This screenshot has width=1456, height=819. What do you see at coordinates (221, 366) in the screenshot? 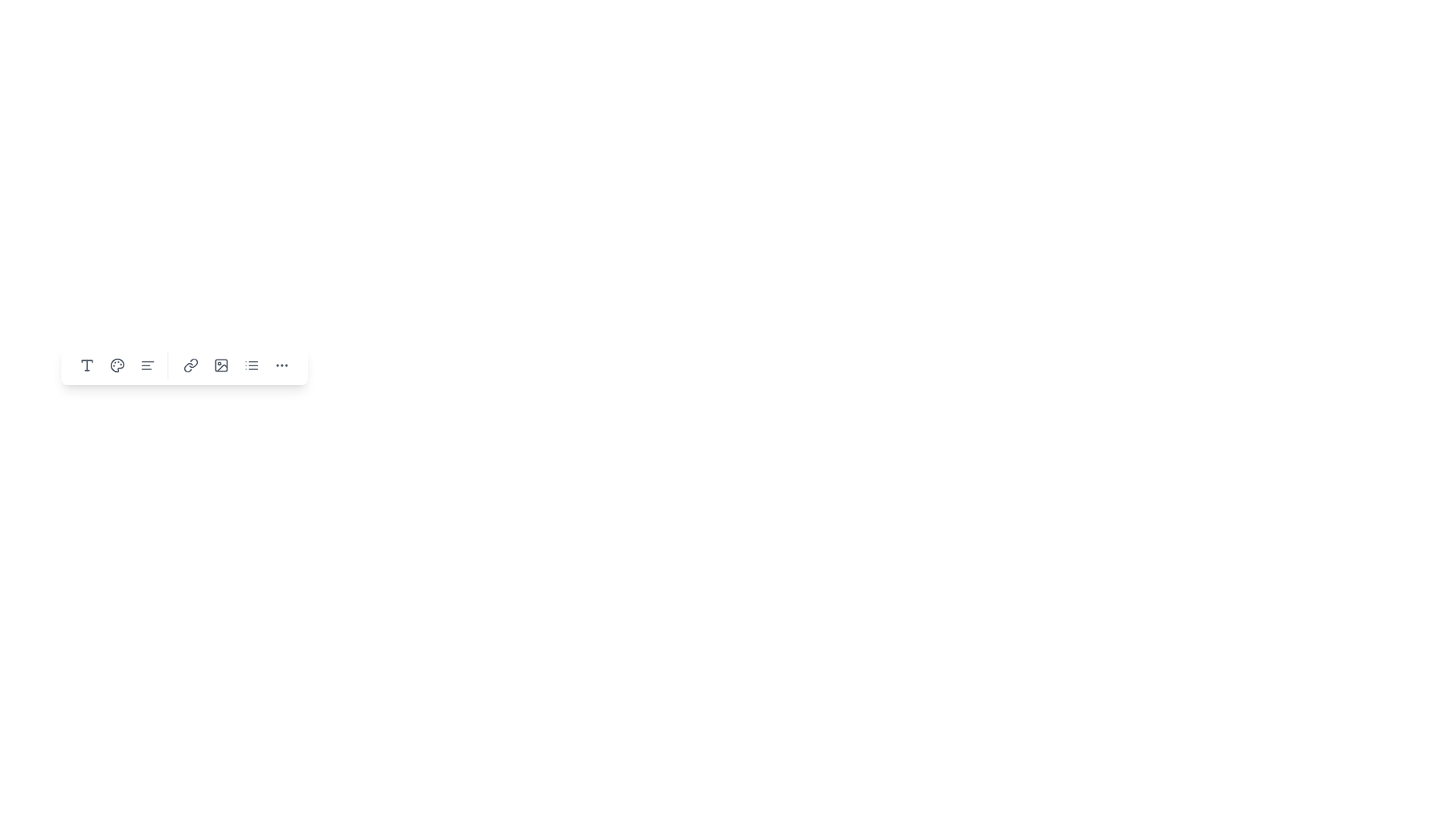
I see `the compact interactive button with an icon, which is the third button in a horizontal sequence` at bounding box center [221, 366].